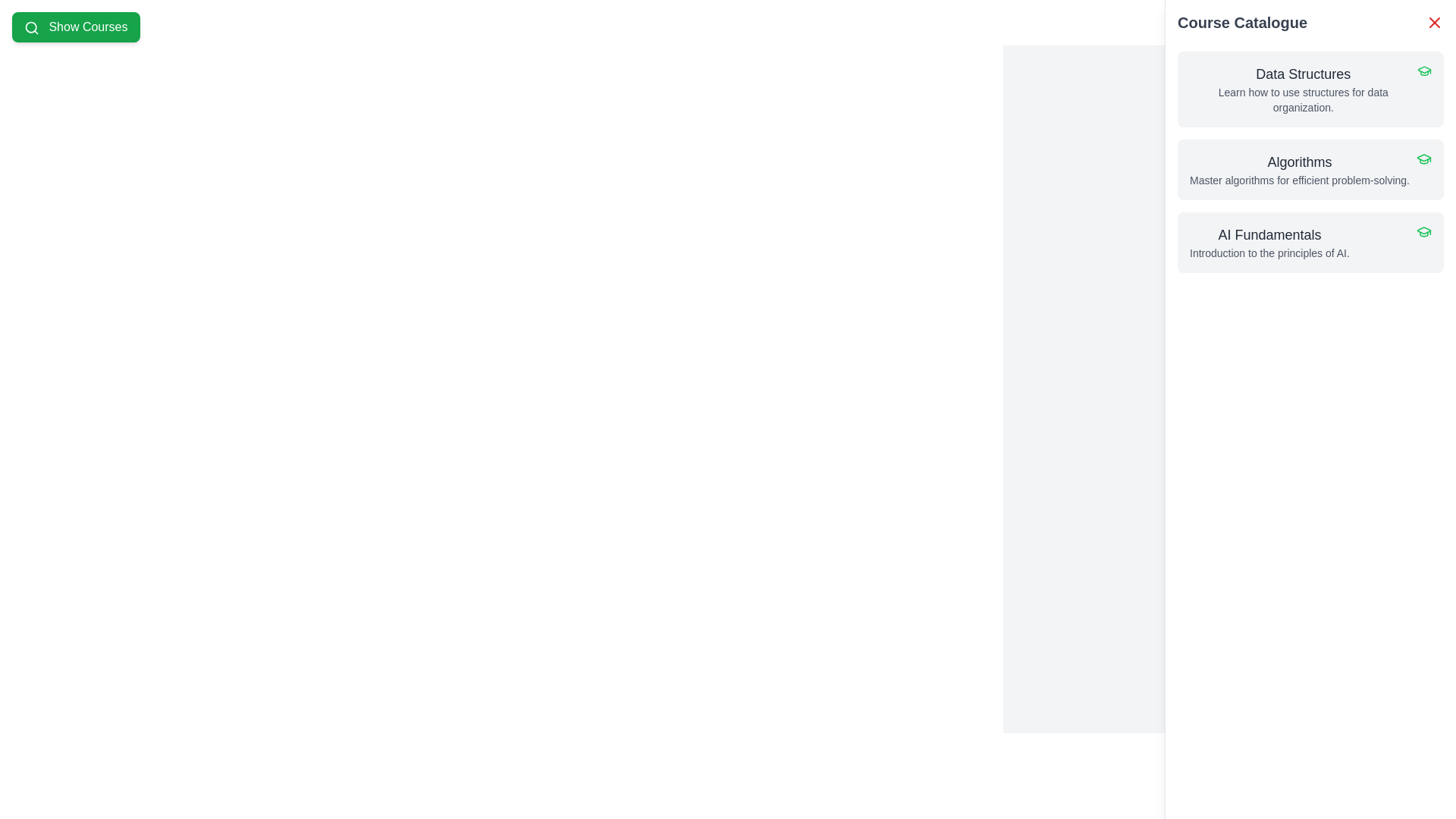 This screenshot has height=819, width=1456. Describe the element at coordinates (1423, 71) in the screenshot. I see `green graduation cap icon located at the rightmost part of the 'Data Structures' course module in a vertical list of courses` at that location.